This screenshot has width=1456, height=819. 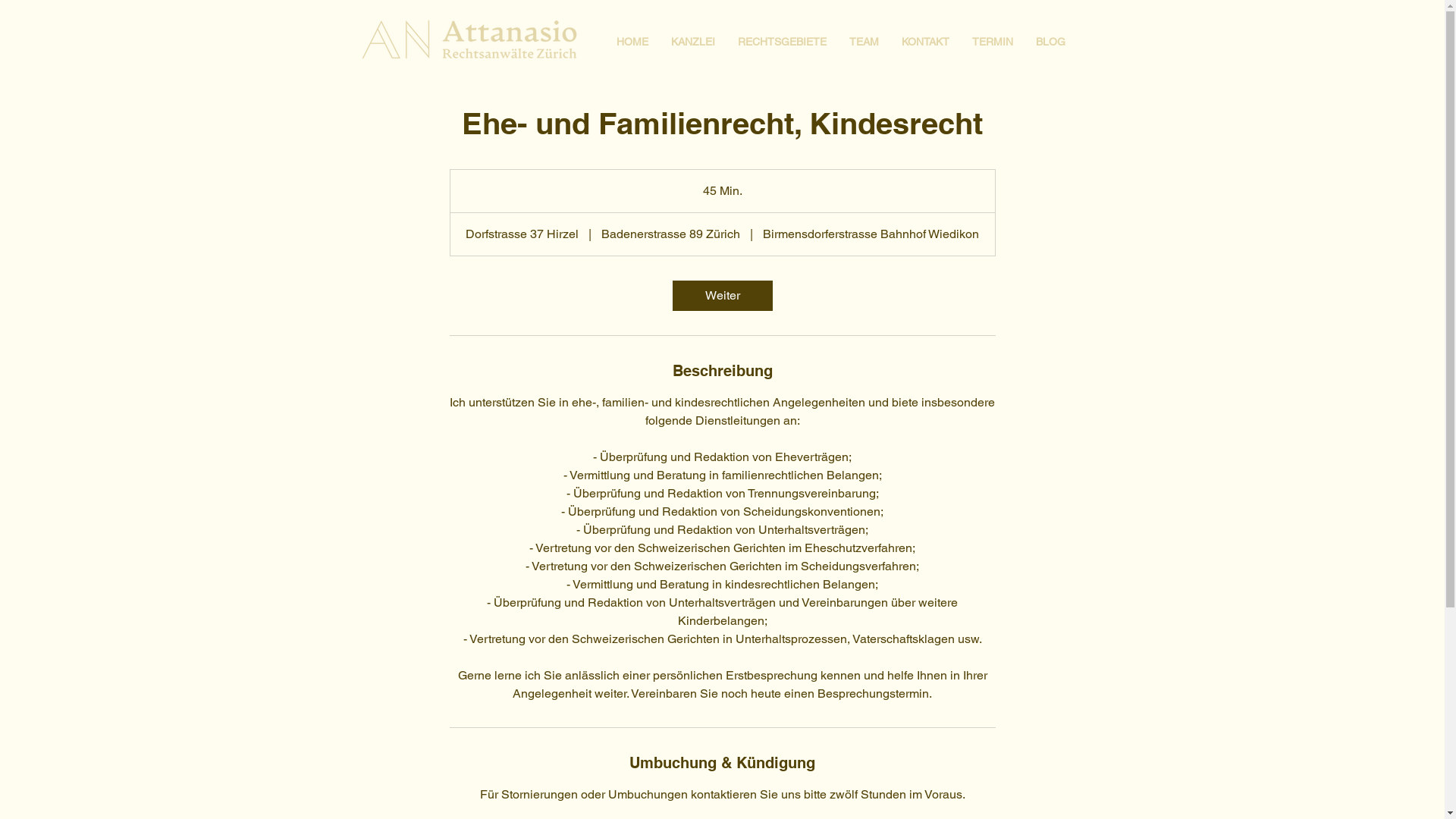 What do you see at coordinates (782, 39) in the screenshot?
I see `'RECHTSGEBIETE'` at bounding box center [782, 39].